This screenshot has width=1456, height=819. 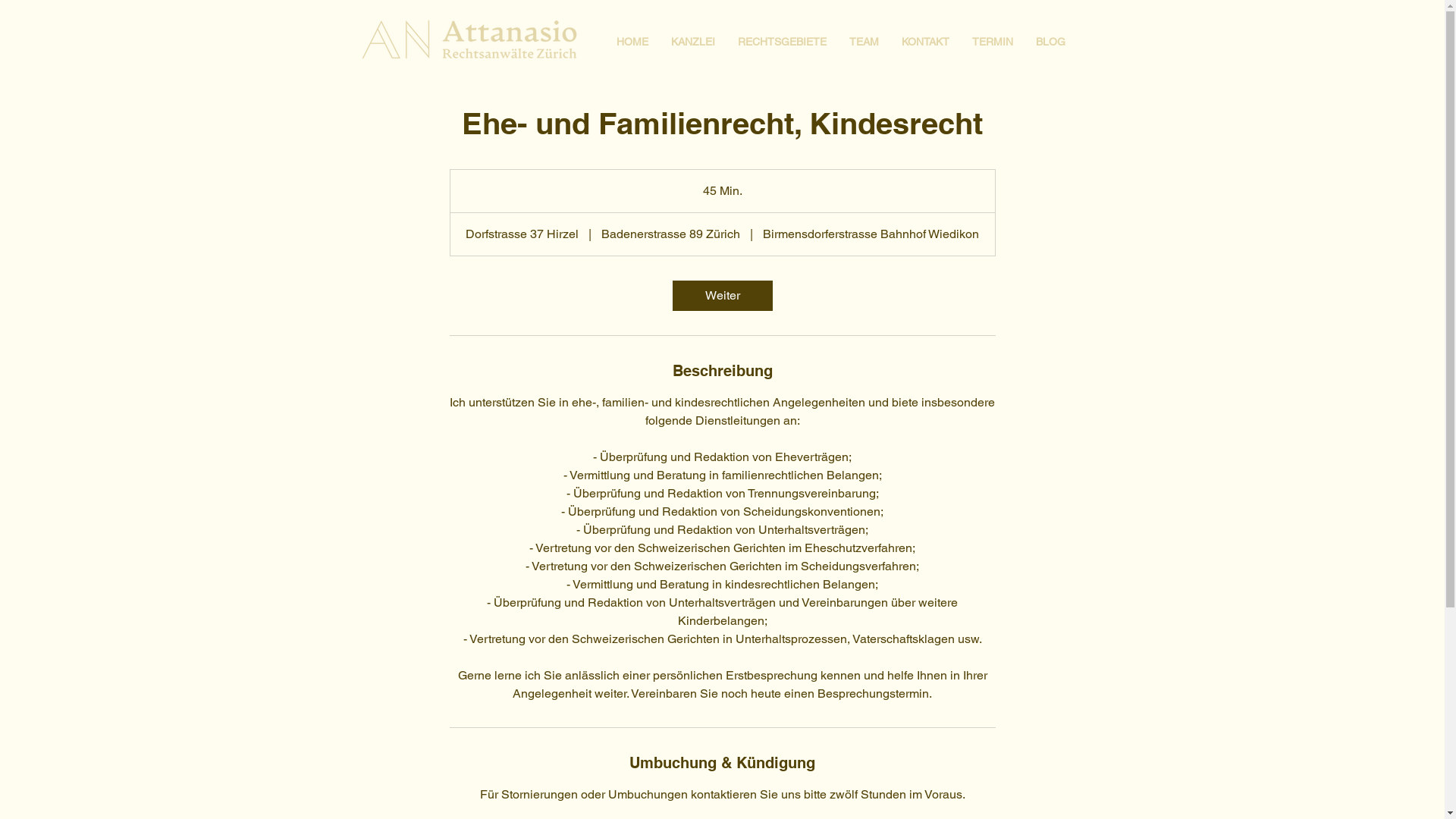 What do you see at coordinates (782, 39) in the screenshot?
I see `'RECHTSGEBIETE'` at bounding box center [782, 39].